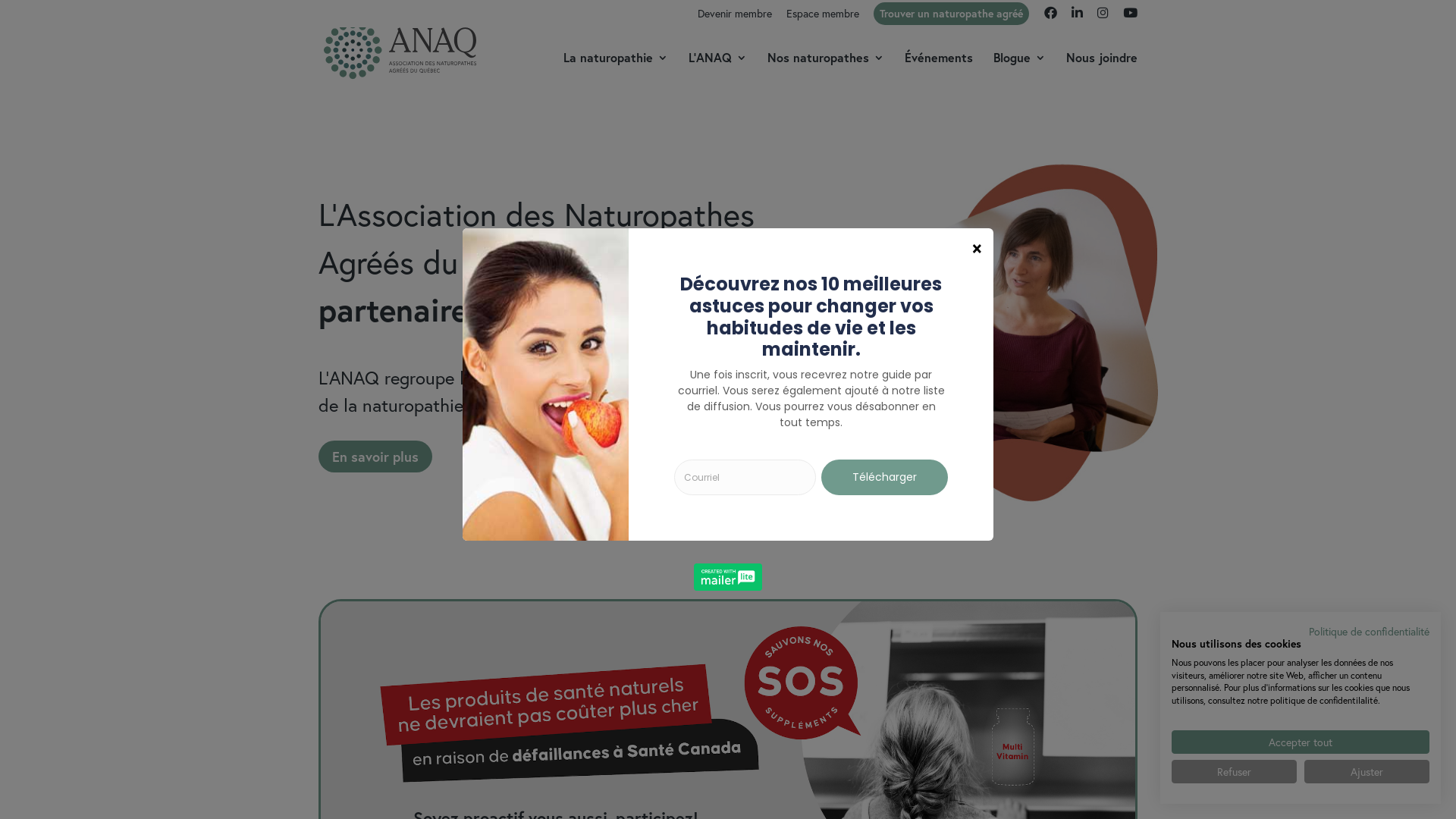  What do you see at coordinates (615, 70) in the screenshot?
I see `'La naturopathie'` at bounding box center [615, 70].